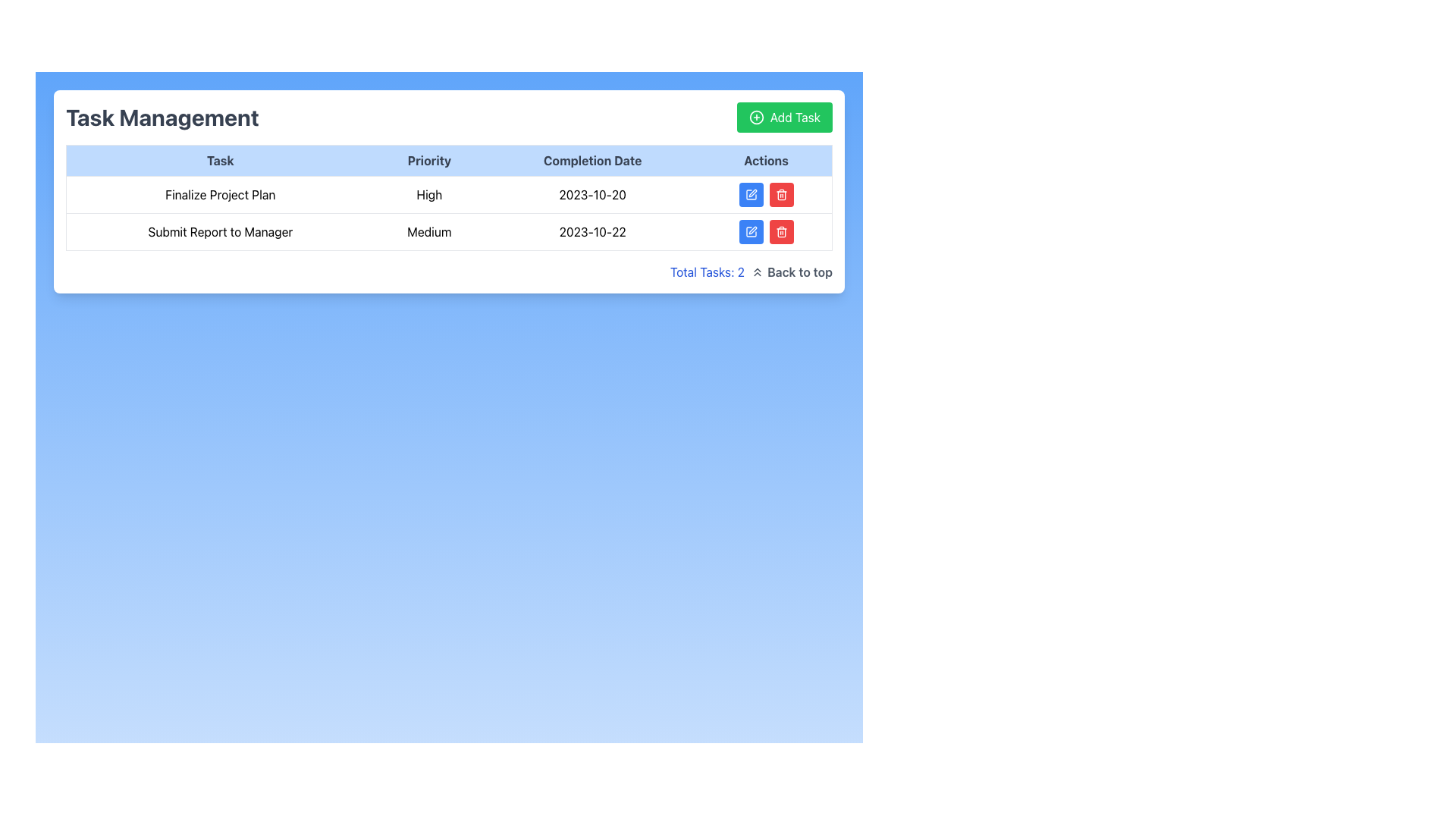 This screenshot has width=1456, height=819. Describe the element at coordinates (752, 231) in the screenshot. I see `the edit icon located` at that location.